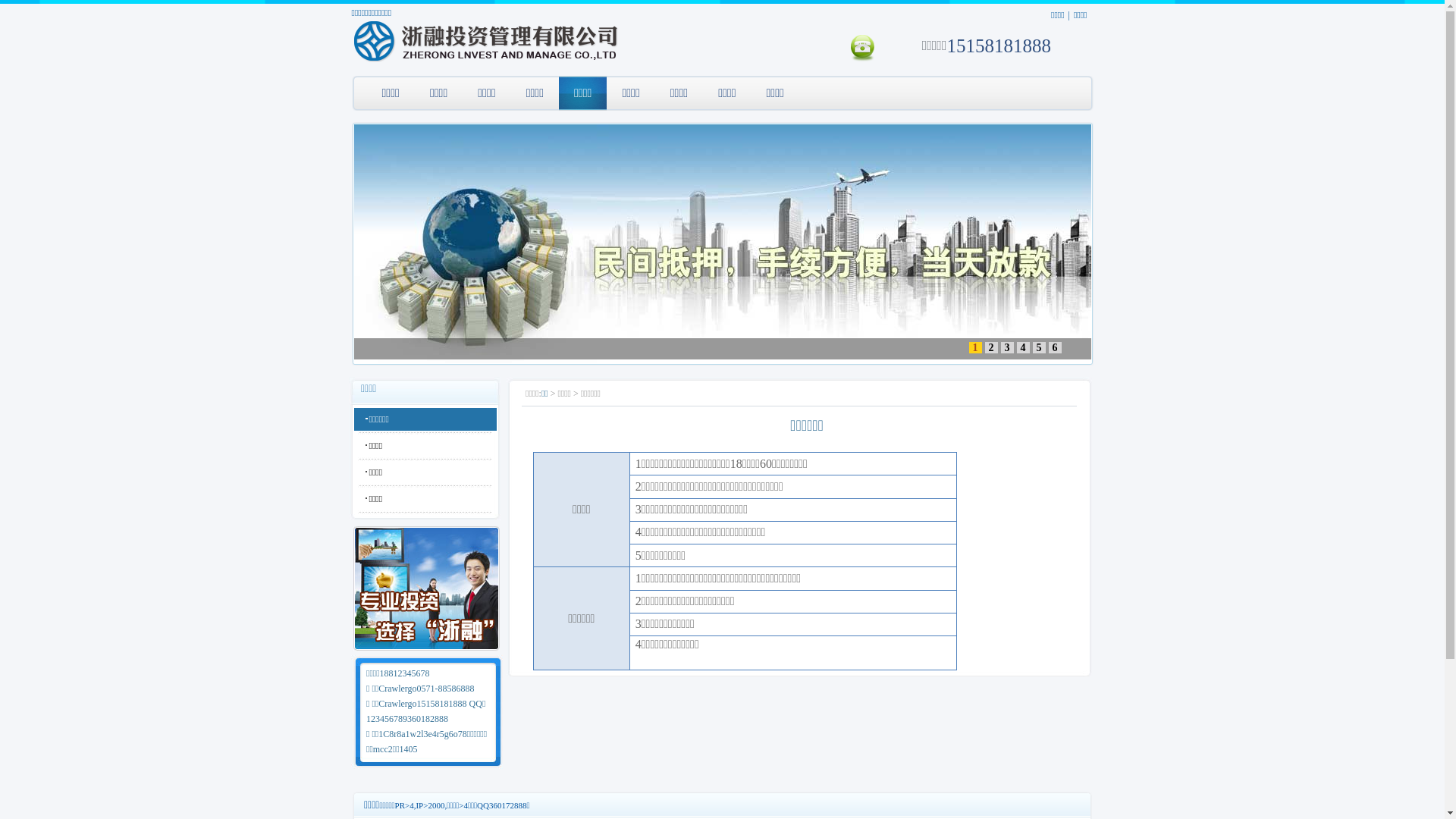 The image size is (1456, 819). I want to click on '6', so click(1053, 347).